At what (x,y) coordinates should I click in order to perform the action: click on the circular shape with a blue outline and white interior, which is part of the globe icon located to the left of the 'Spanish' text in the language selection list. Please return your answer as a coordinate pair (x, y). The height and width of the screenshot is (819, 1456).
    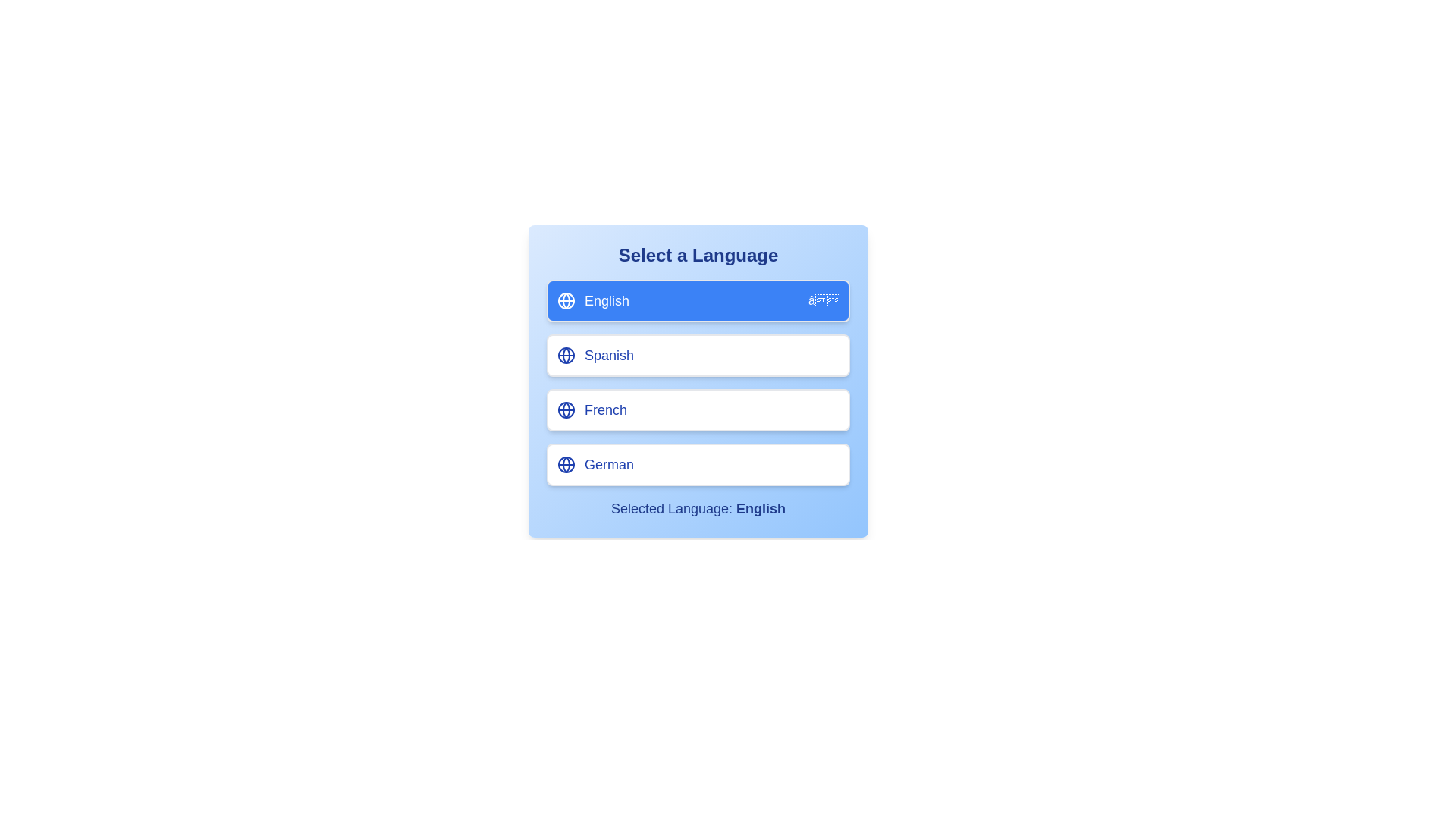
    Looking at the image, I should click on (566, 356).